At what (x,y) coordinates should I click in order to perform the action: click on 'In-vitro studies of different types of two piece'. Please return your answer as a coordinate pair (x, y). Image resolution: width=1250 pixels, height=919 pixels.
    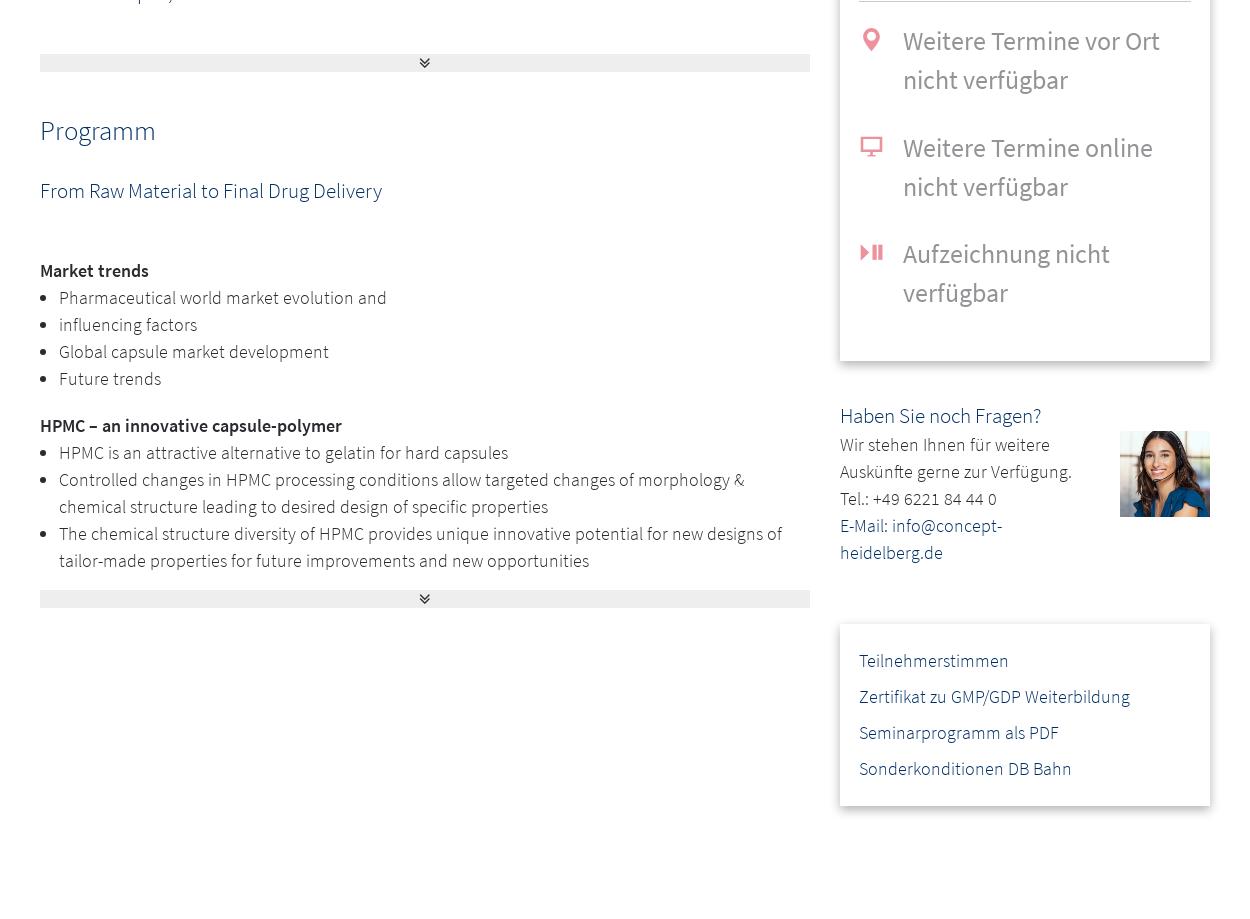
    Looking at the image, I should click on (226, 685).